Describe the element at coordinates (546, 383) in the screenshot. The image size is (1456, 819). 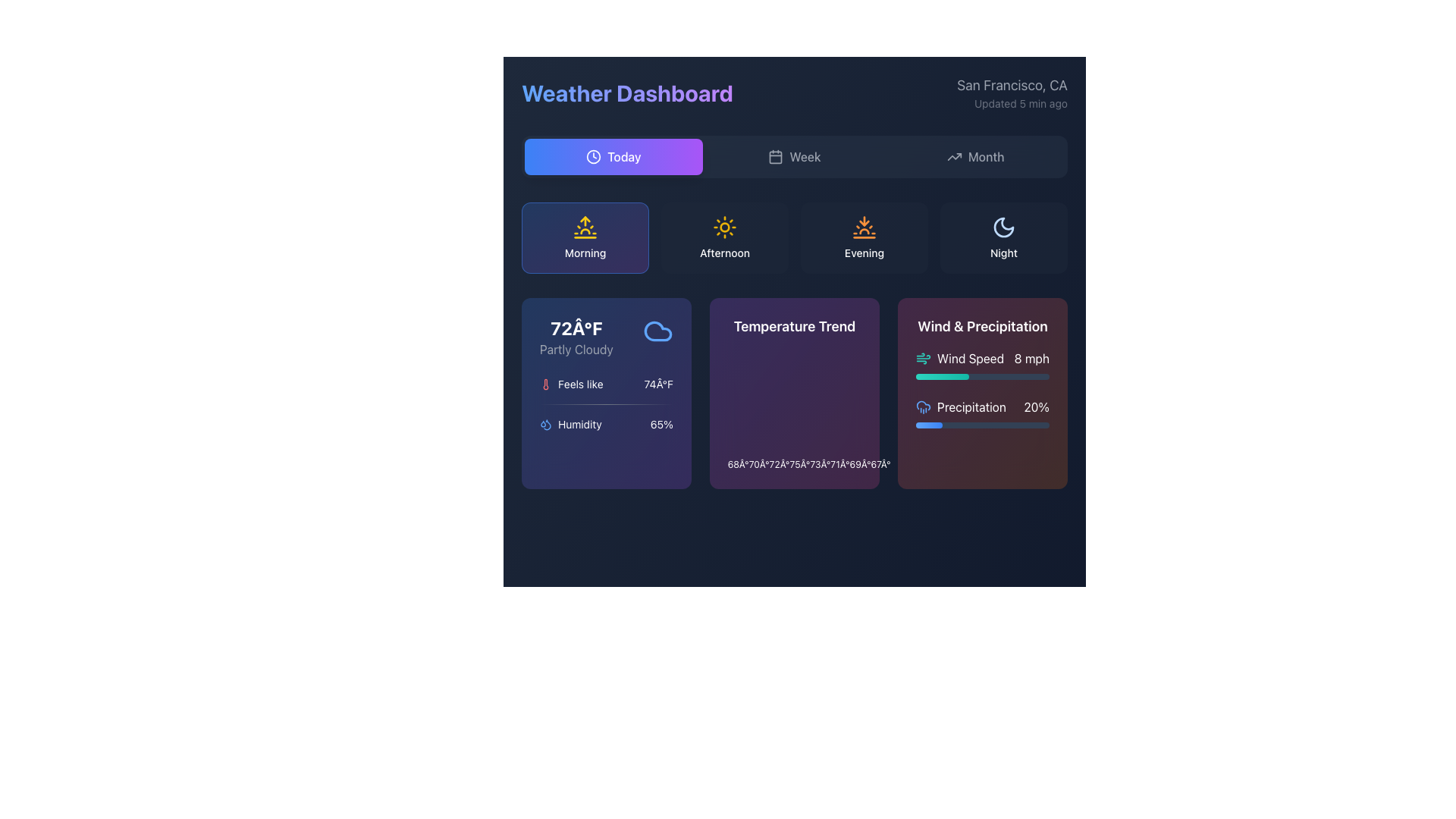
I see `the thermometer icon representing 'Feels like' temperature, located below the main temperature display on the left side of the dashboard` at that location.